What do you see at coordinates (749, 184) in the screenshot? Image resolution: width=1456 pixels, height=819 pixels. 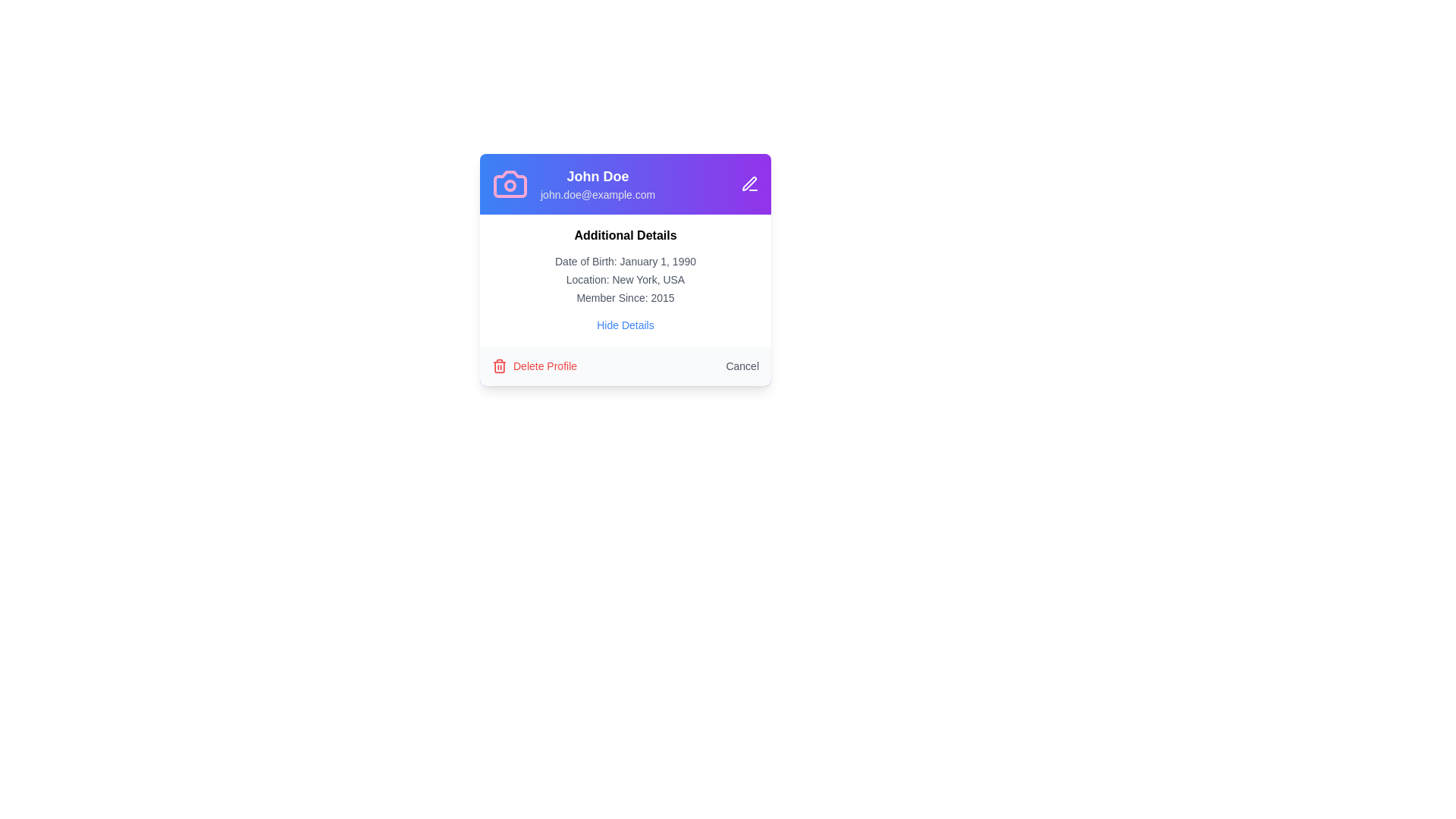 I see `the 'edit' button located at the top-right corner of the user's profile card` at bounding box center [749, 184].